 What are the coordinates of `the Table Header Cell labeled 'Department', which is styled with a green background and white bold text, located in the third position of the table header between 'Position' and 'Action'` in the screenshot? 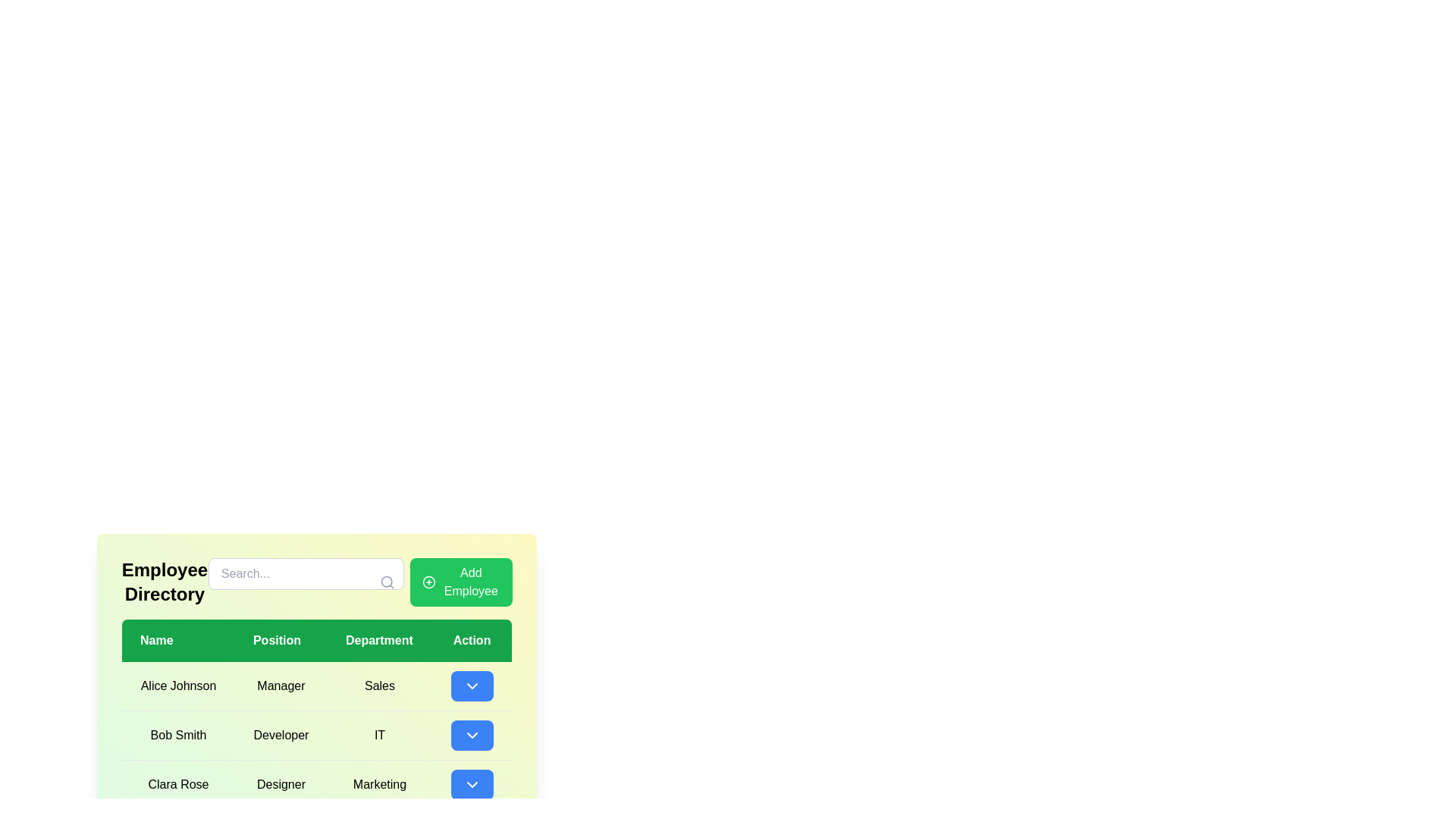 It's located at (379, 640).